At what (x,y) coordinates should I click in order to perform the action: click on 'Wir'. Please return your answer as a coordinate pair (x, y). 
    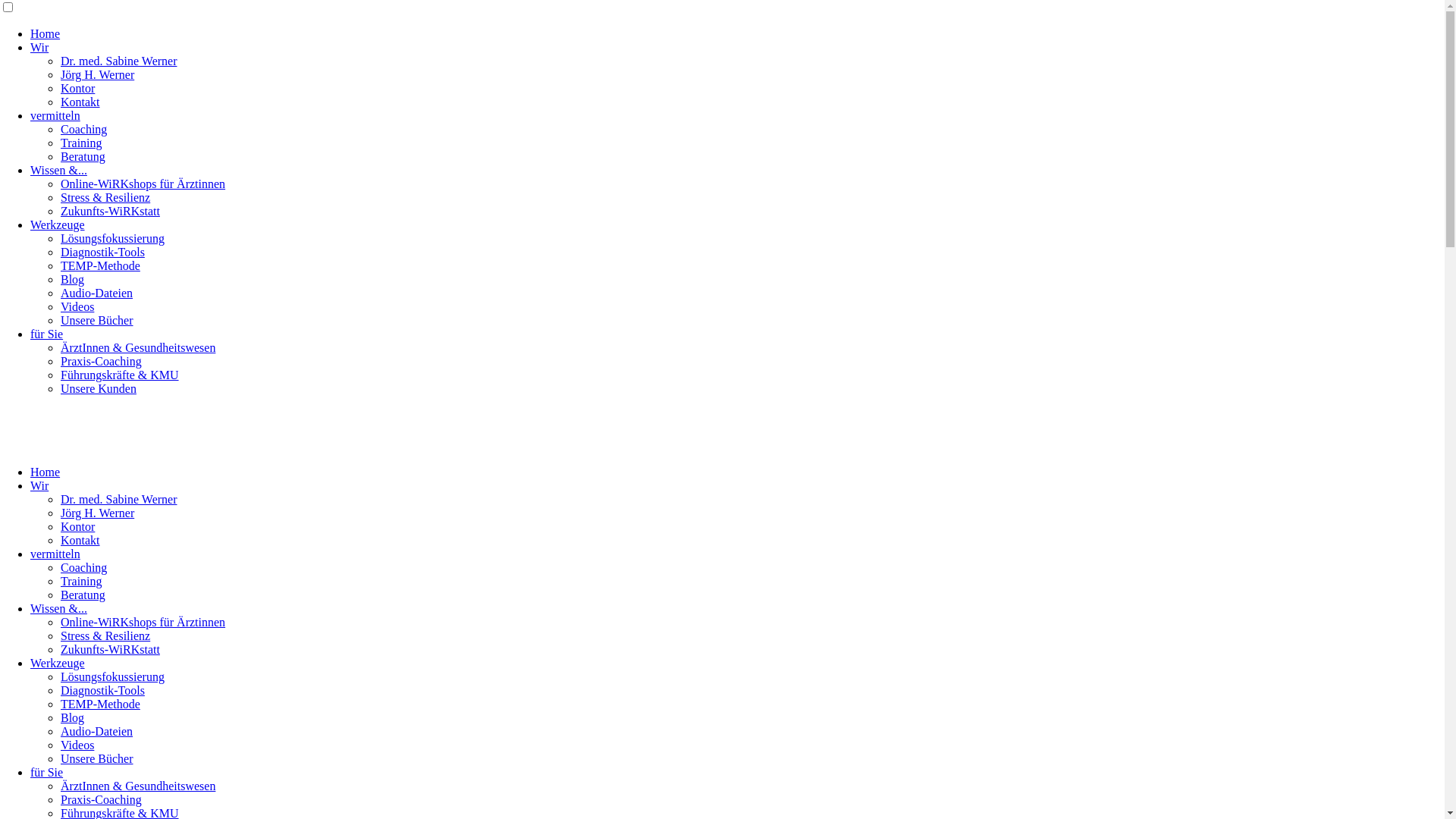
    Looking at the image, I should click on (39, 46).